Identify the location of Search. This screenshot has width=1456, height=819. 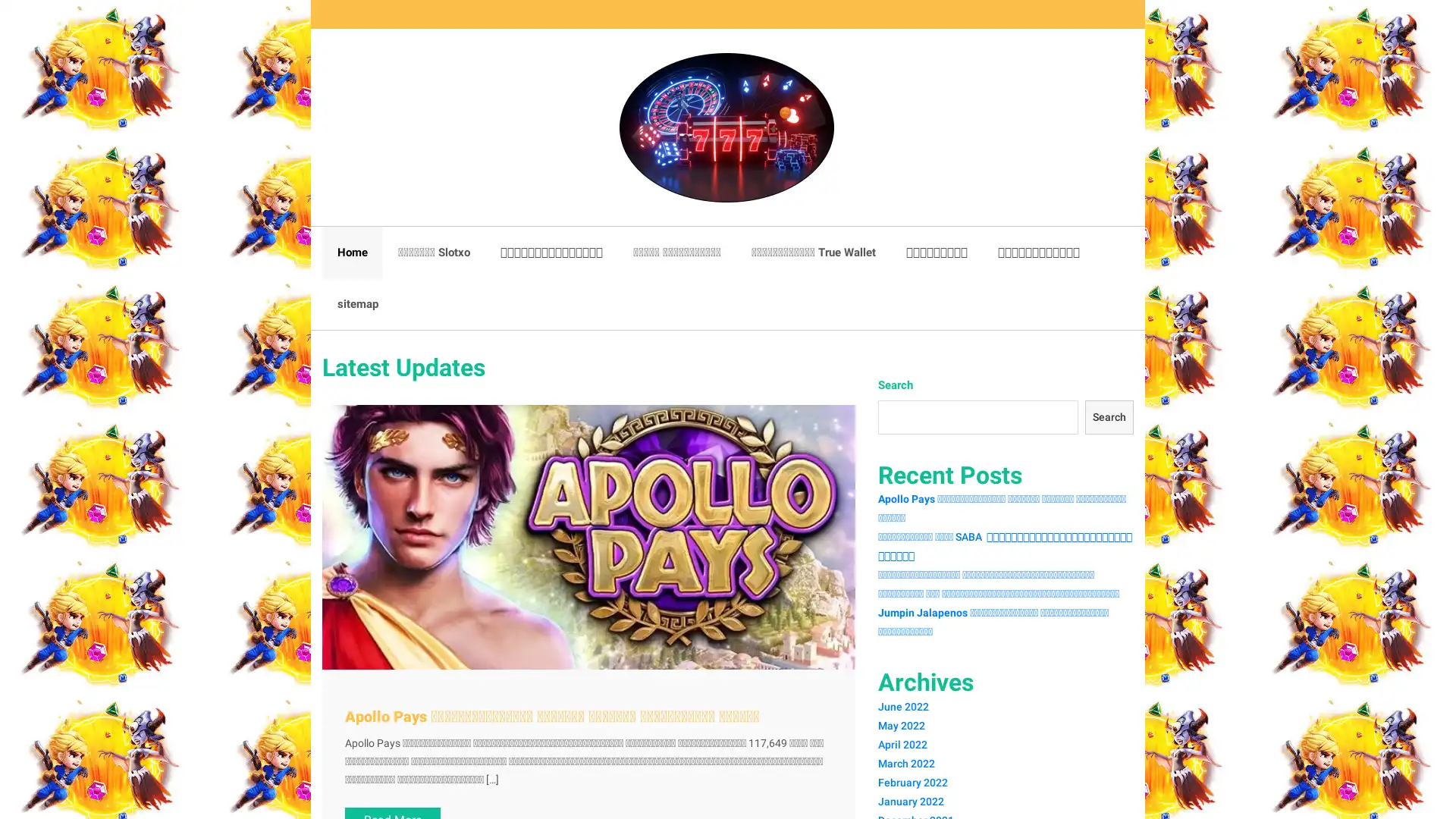
(1107, 417).